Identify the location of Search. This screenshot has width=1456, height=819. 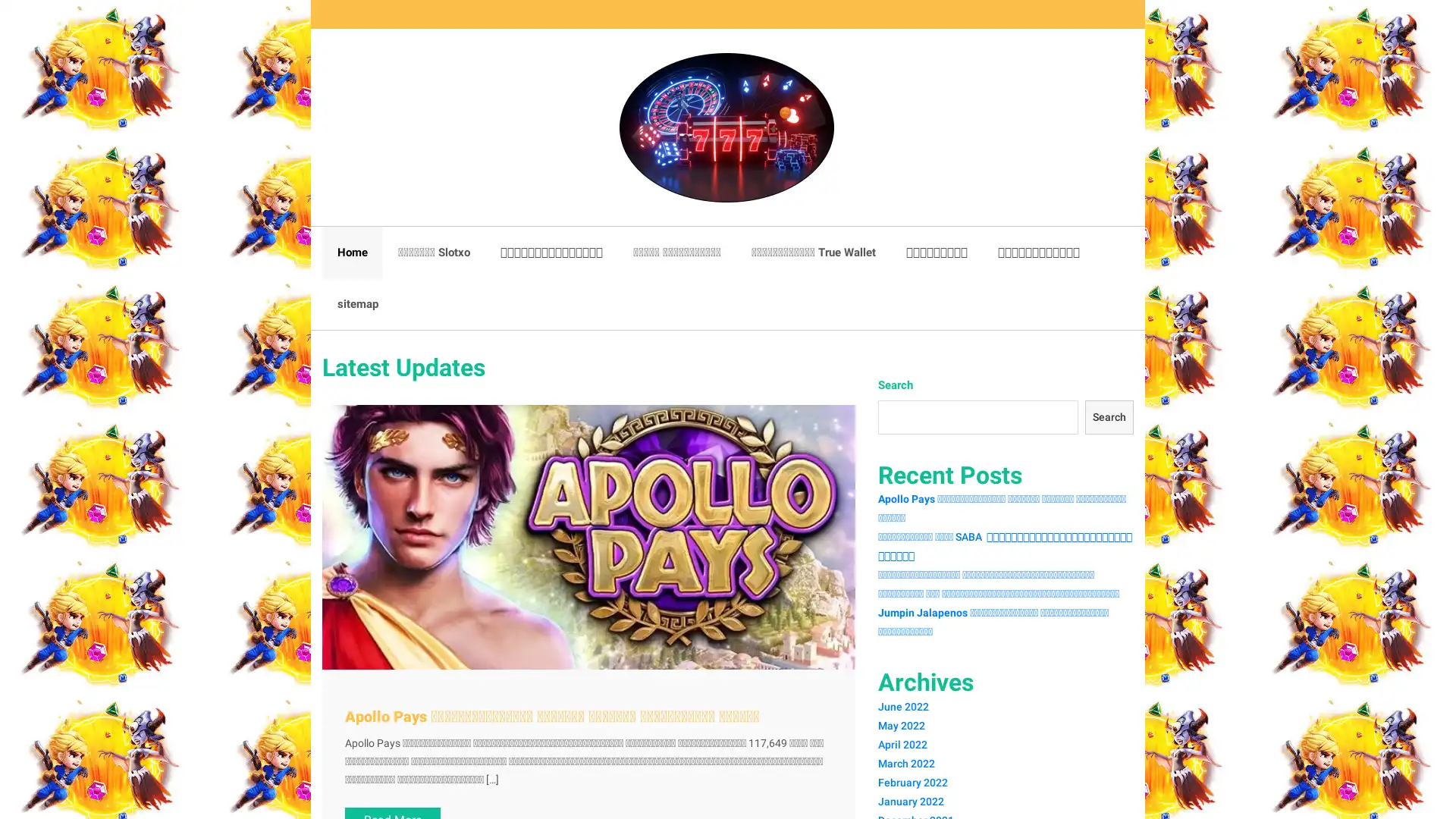
(1107, 417).